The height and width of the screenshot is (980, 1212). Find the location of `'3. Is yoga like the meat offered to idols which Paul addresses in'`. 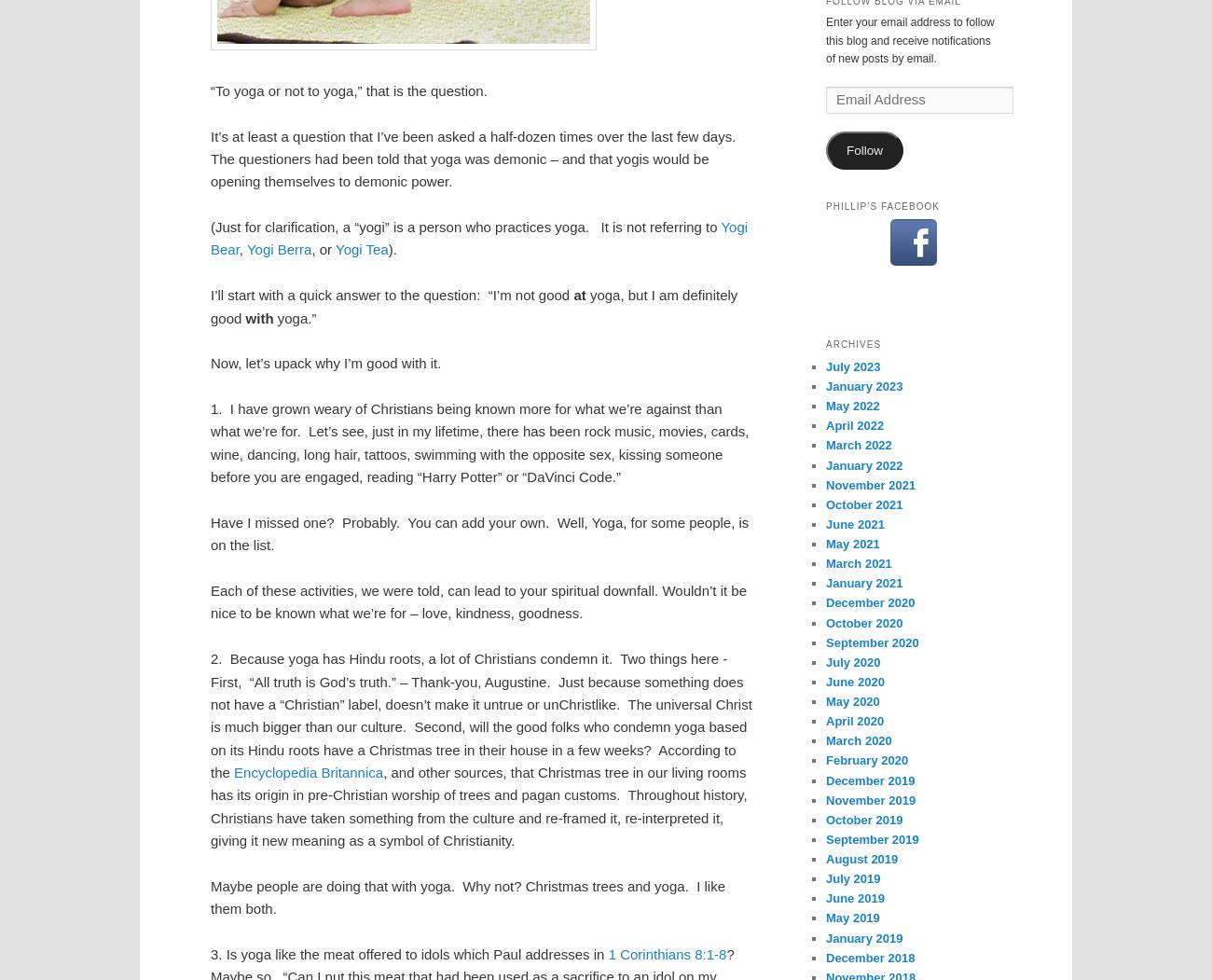

'3. Is yoga like the meat offered to idols which Paul addresses in' is located at coordinates (408, 953).